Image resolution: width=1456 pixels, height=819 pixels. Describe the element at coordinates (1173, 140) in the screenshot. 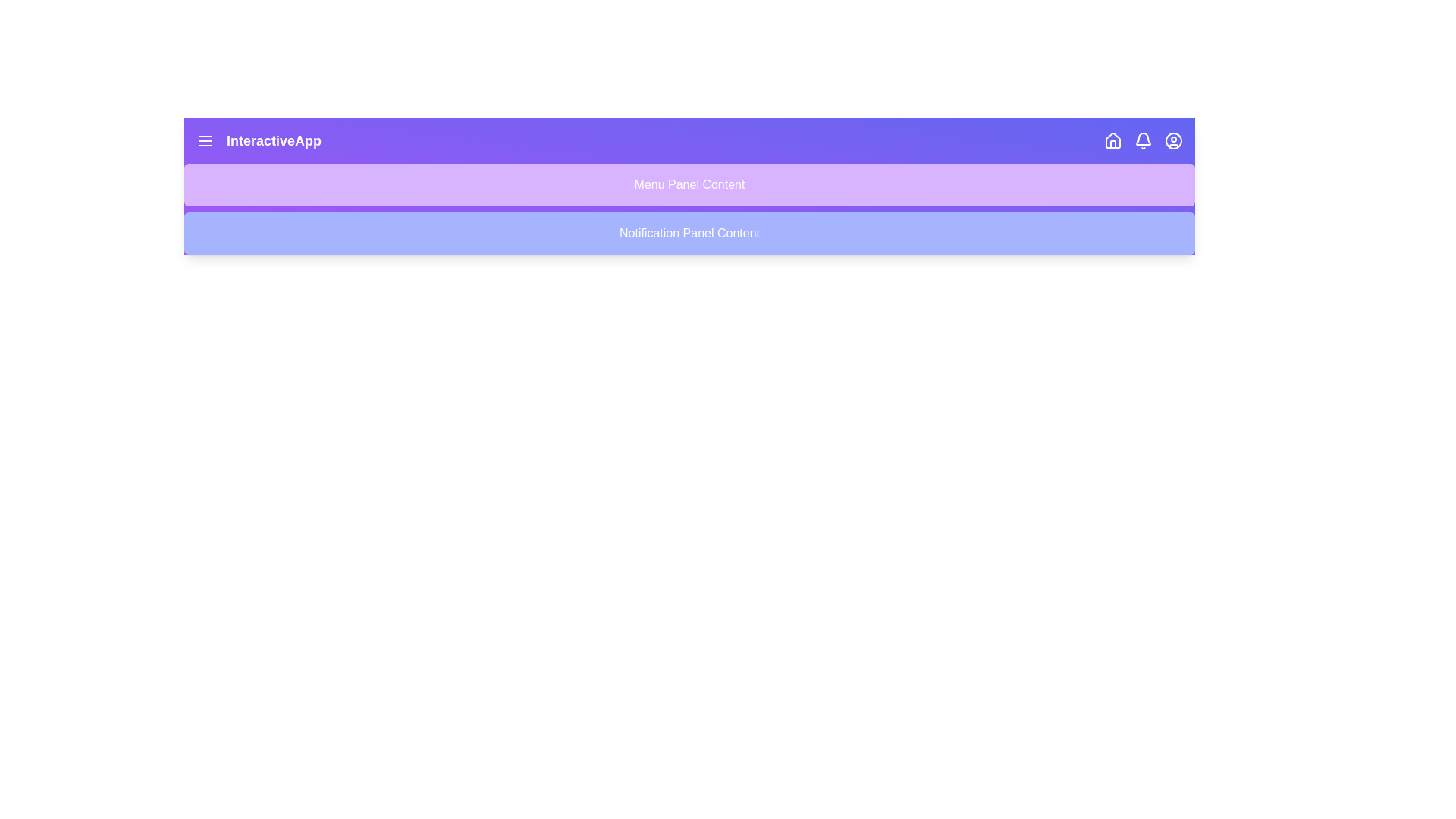

I see `the user profile icon` at that location.